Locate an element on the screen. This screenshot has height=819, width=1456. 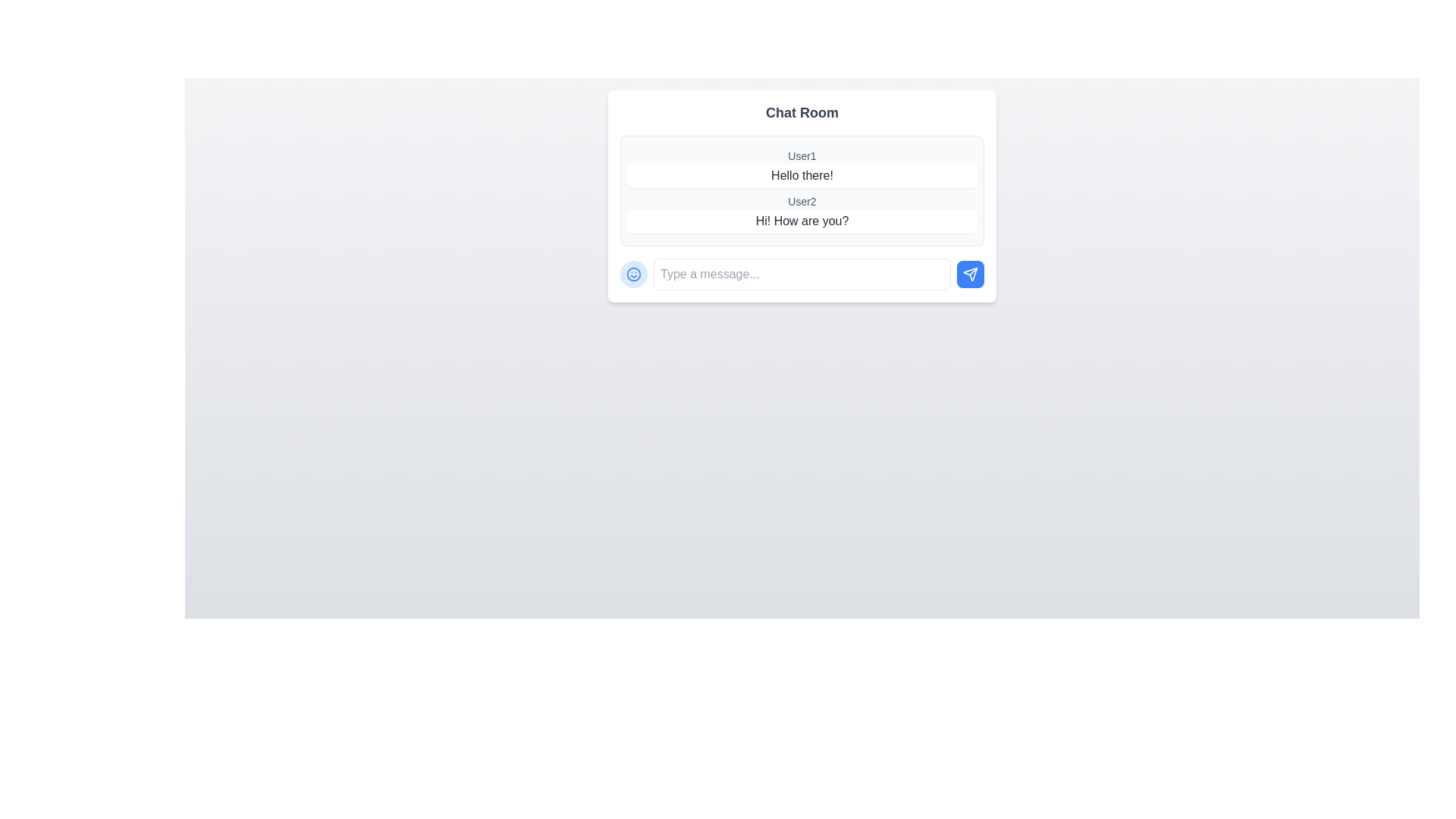
the smiley face icon button located at the bottom-left corner of the chat input box is located at coordinates (633, 275).